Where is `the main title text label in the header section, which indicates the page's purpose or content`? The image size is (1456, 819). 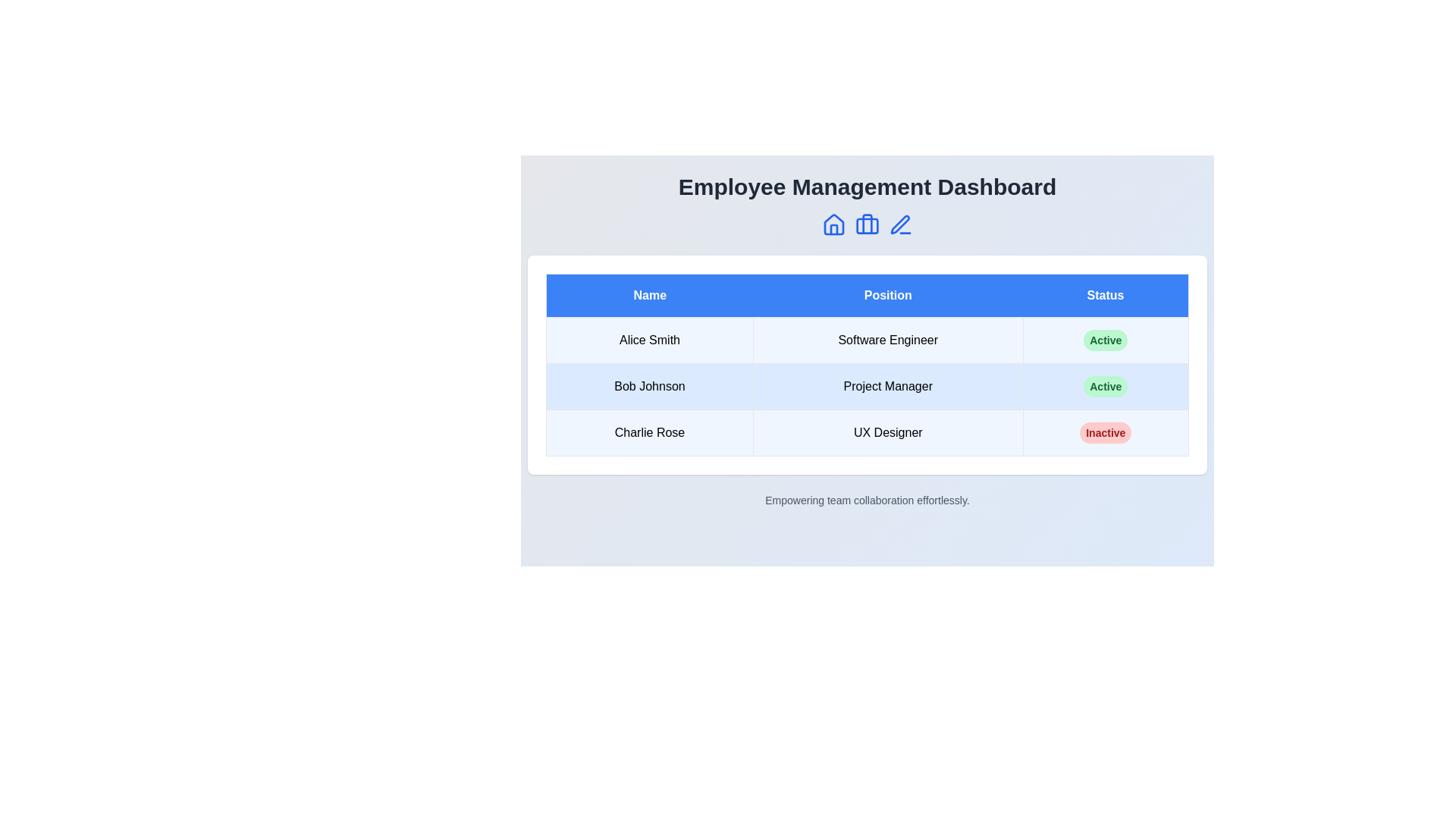
the main title text label in the header section, which indicates the page's purpose or content is located at coordinates (867, 186).